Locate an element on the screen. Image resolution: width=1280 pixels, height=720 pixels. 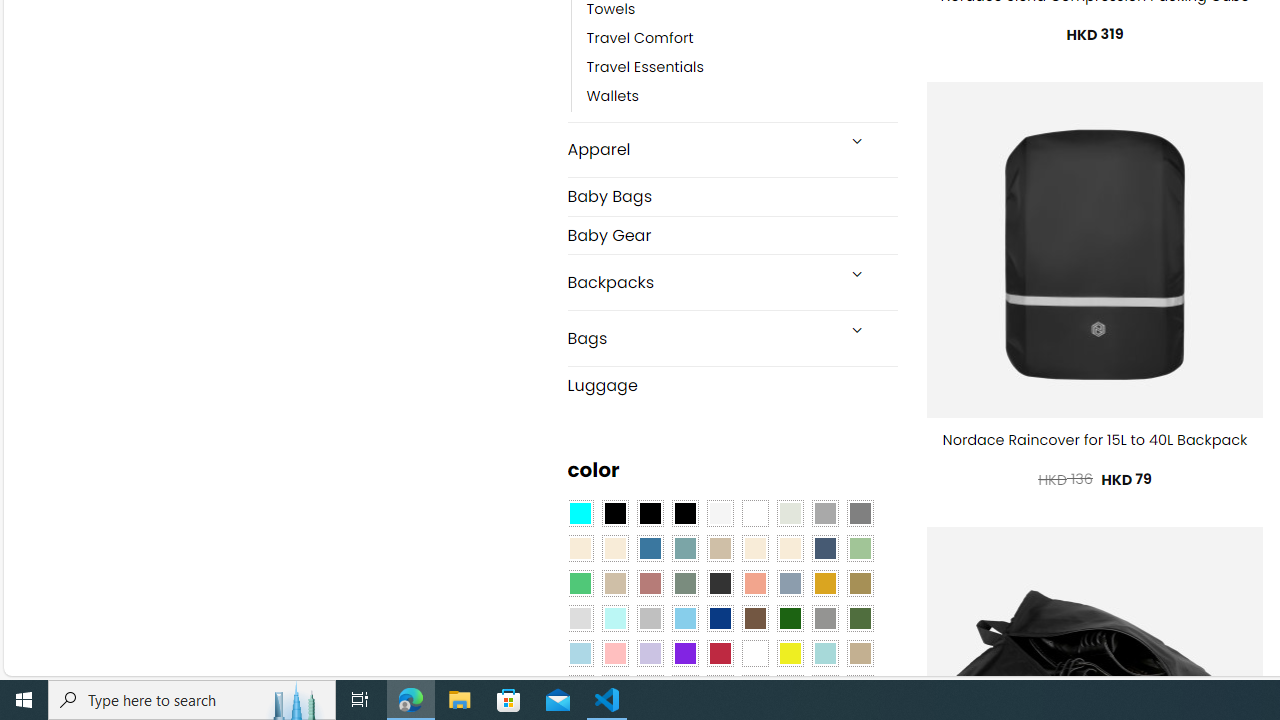
'Yellow' is located at coordinates (788, 653).